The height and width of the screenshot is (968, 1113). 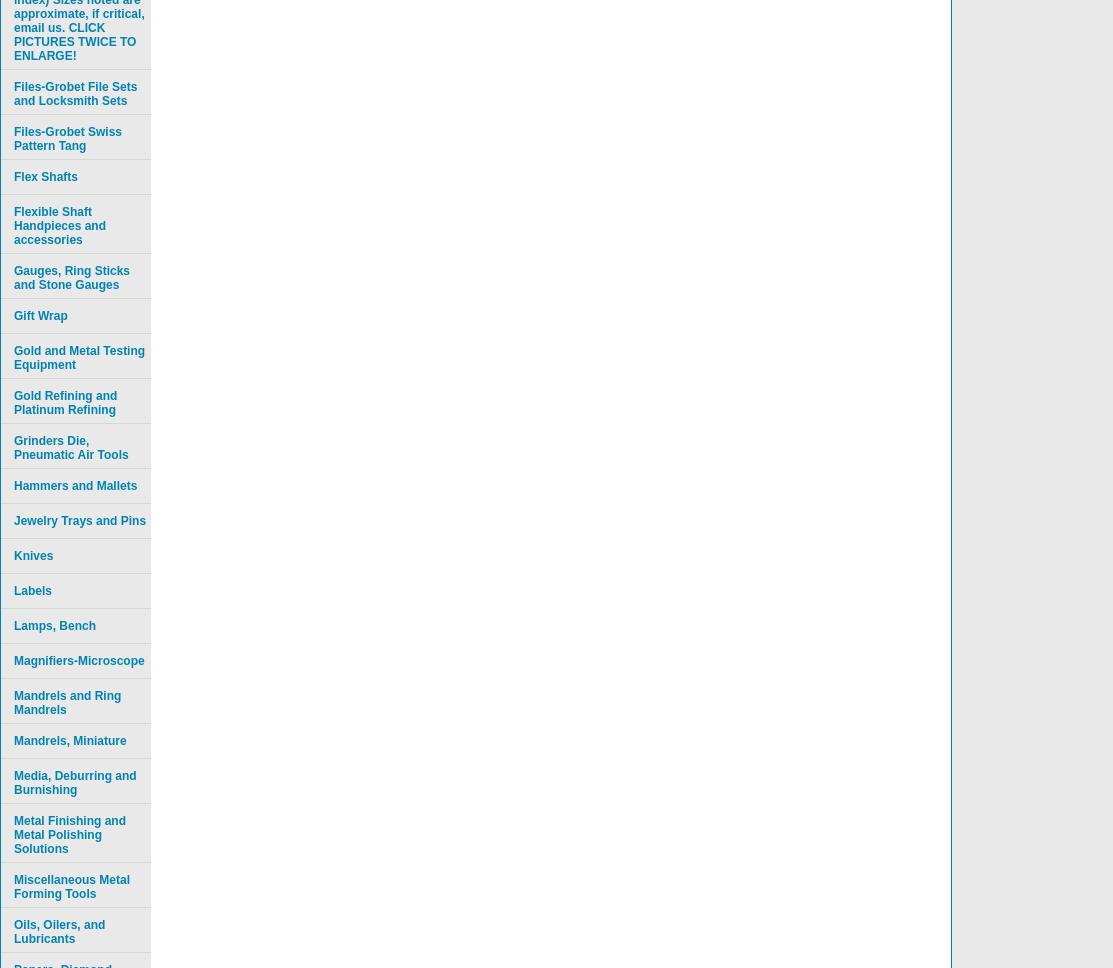 What do you see at coordinates (59, 225) in the screenshot?
I see `'Flexible Shaft Handpieces and accessories'` at bounding box center [59, 225].